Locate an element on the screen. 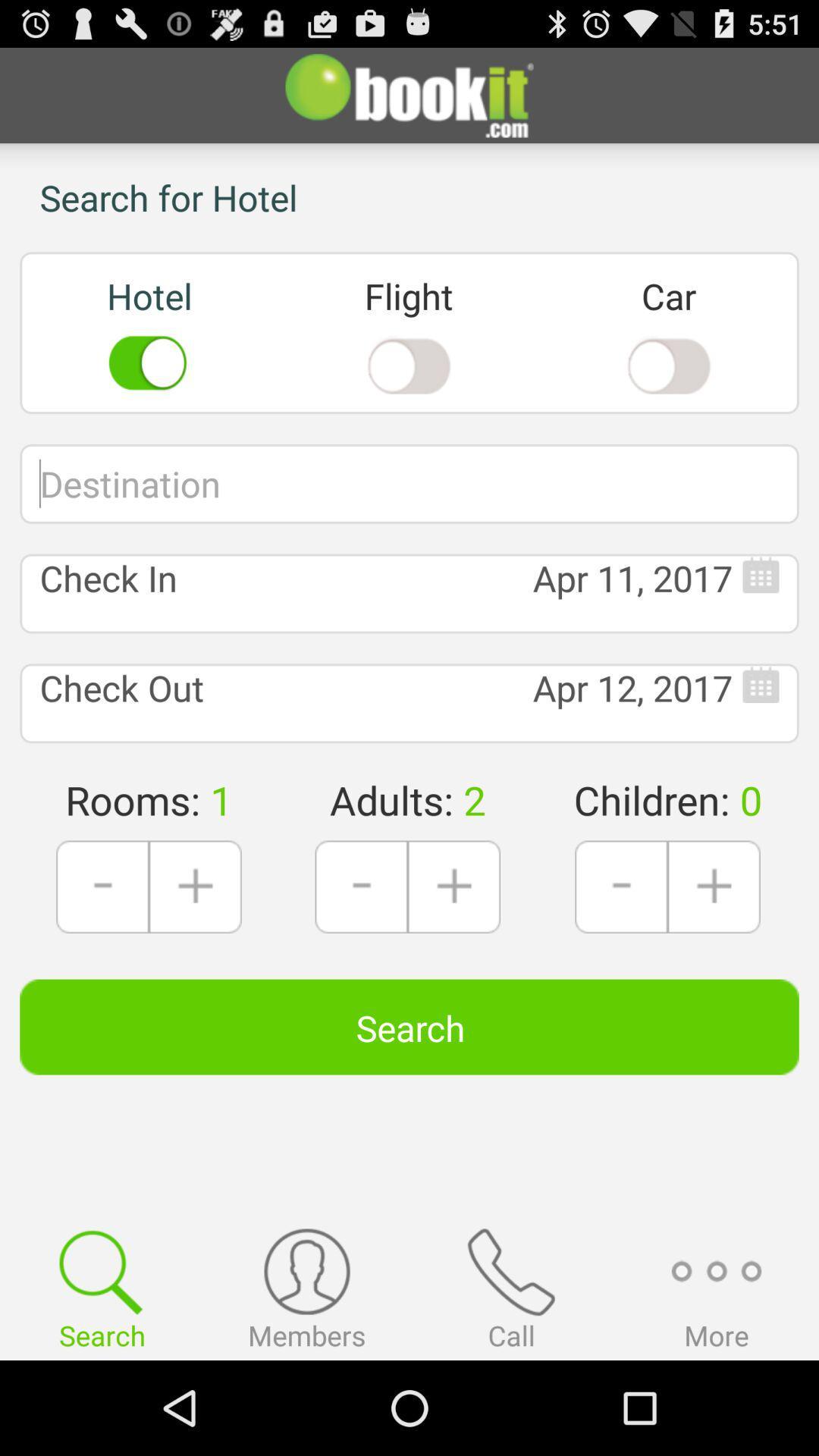  the minus icon is located at coordinates (361, 948).